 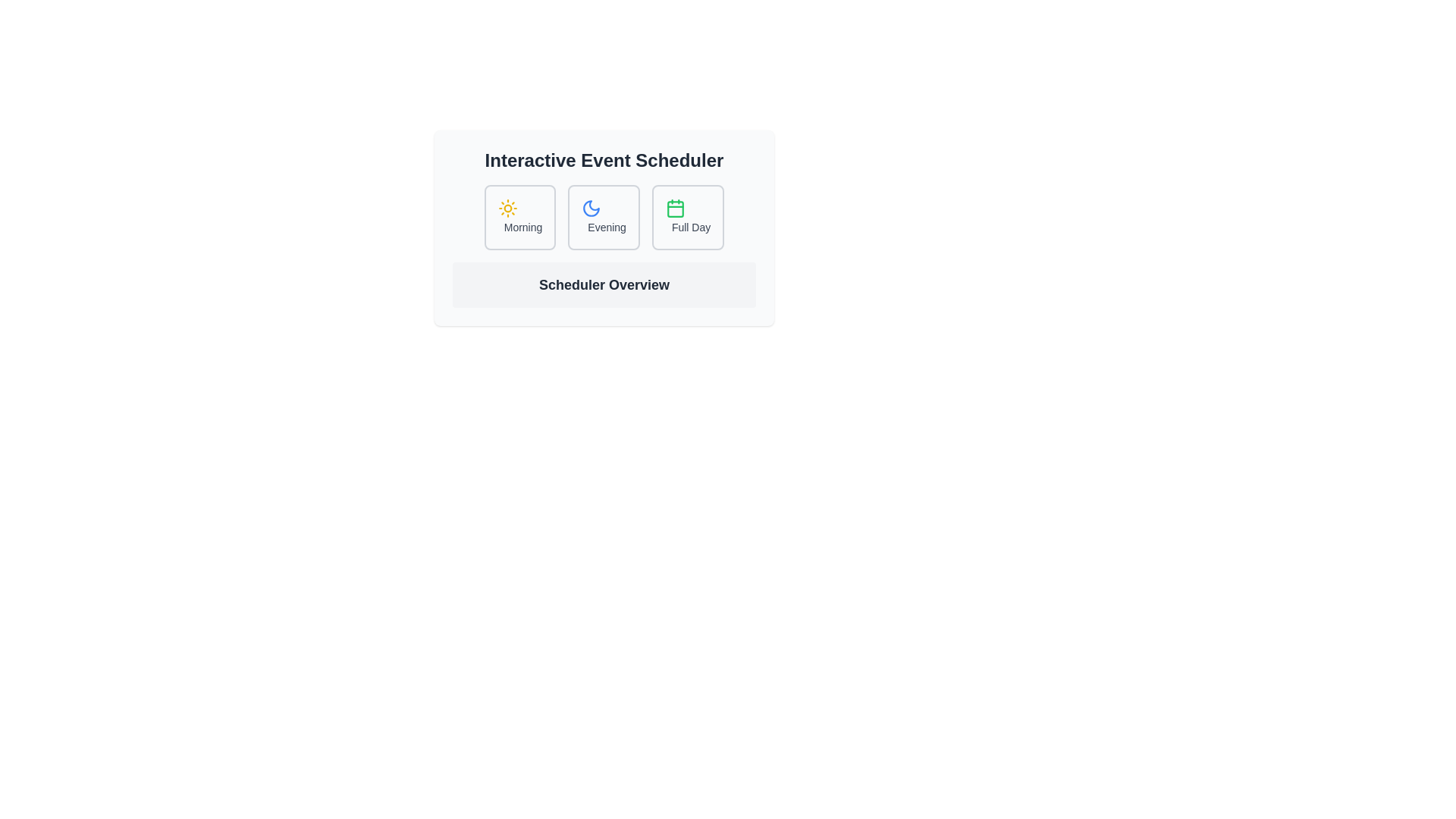 What do you see at coordinates (520, 217) in the screenshot?
I see `the 'Morning' button, which is a rounded rectangular button with a yellow sun icon and text below it, to activate its hover animations` at bounding box center [520, 217].